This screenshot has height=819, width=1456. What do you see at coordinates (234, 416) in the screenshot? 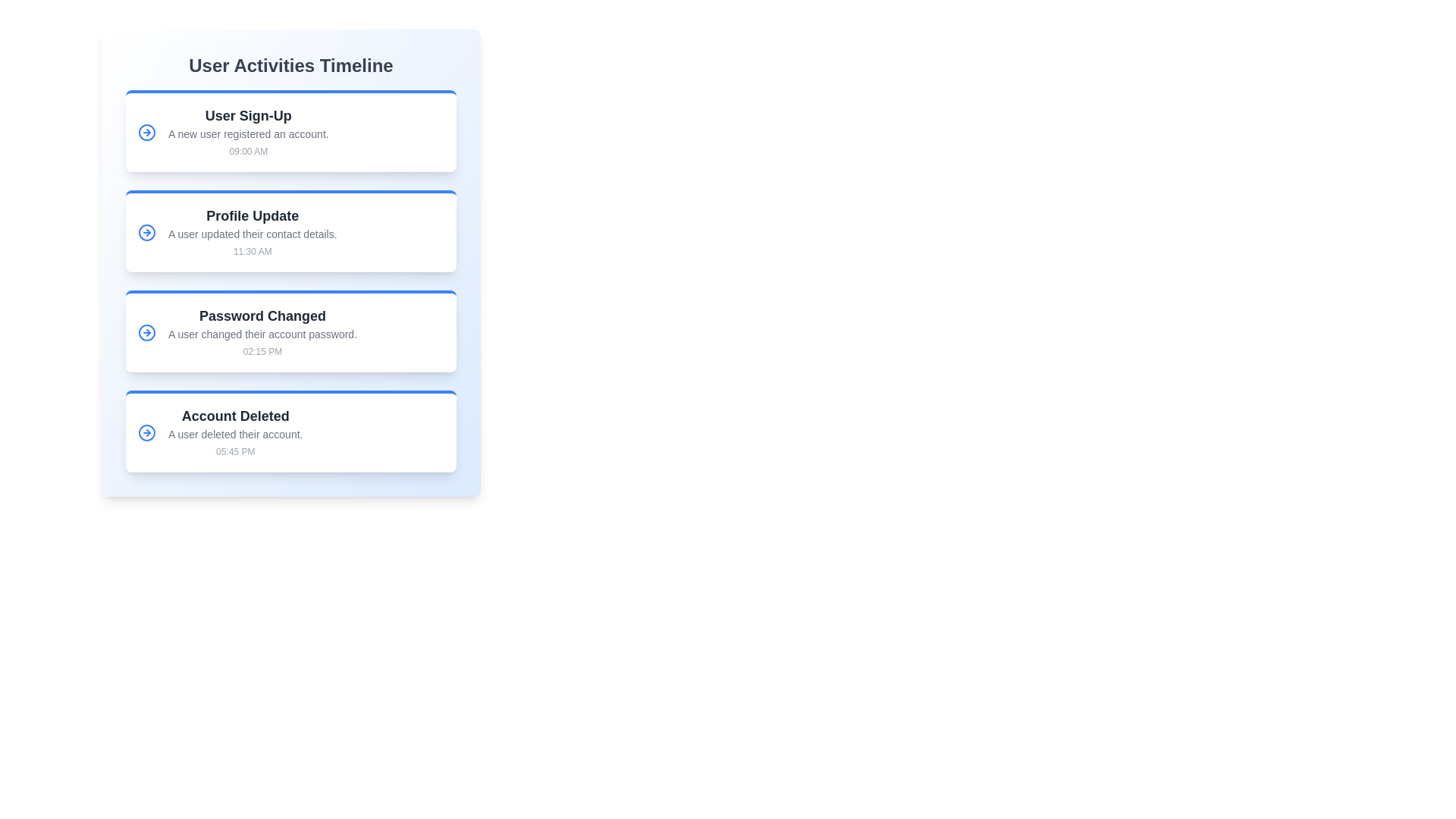
I see `the bold text label reading 'Account Deleted', which is part of a user activity card at the bottom of the vertical list` at bounding box center [234, 416].